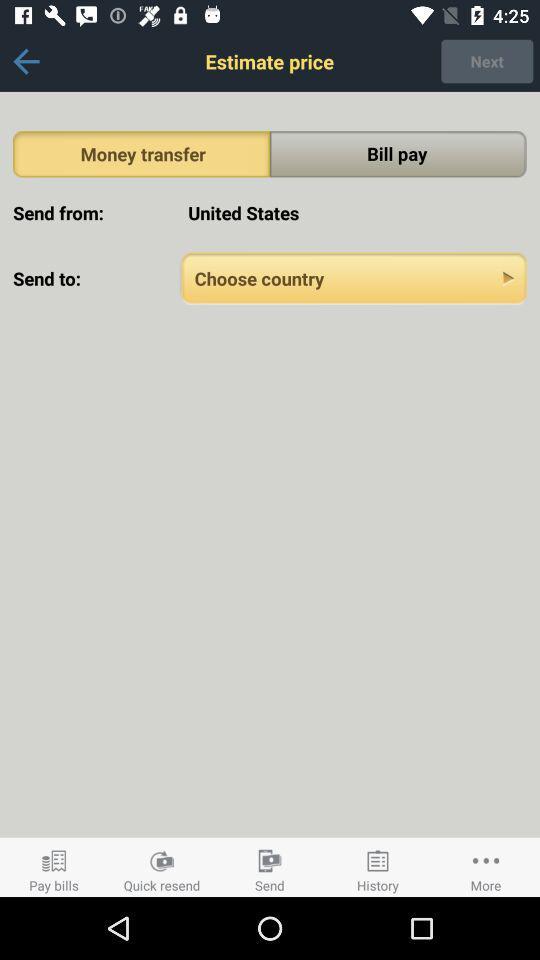 The height and width of the screenshot is (960, 540). What do you see at coordinates (25, 61) in the screenshot?
I see `the item above the money transfer item` at bounding box center [25, 61].